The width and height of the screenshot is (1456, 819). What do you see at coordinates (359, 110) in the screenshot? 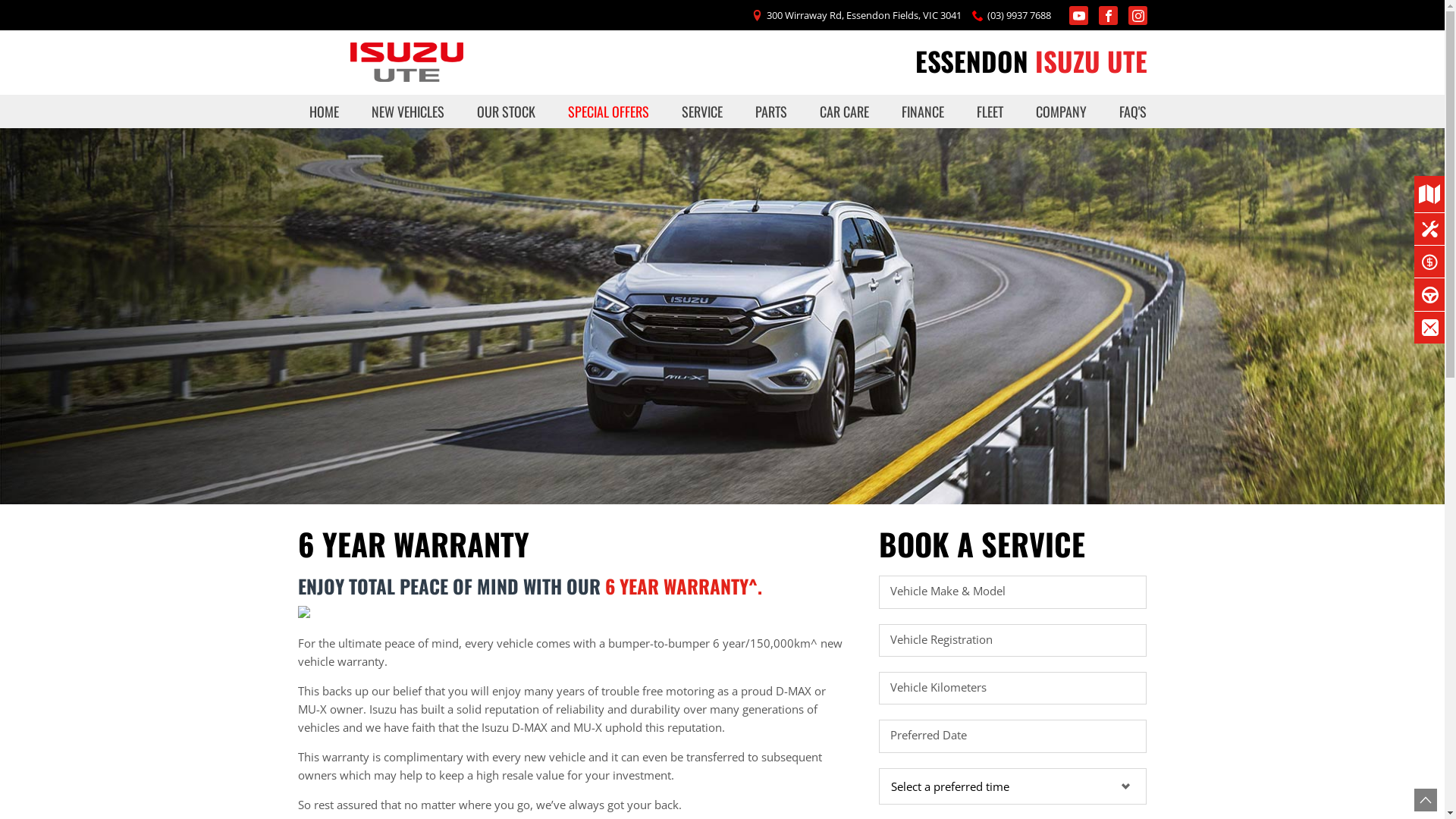
I see `'NEW VEHICLES'` at bounding box center [359, 110].